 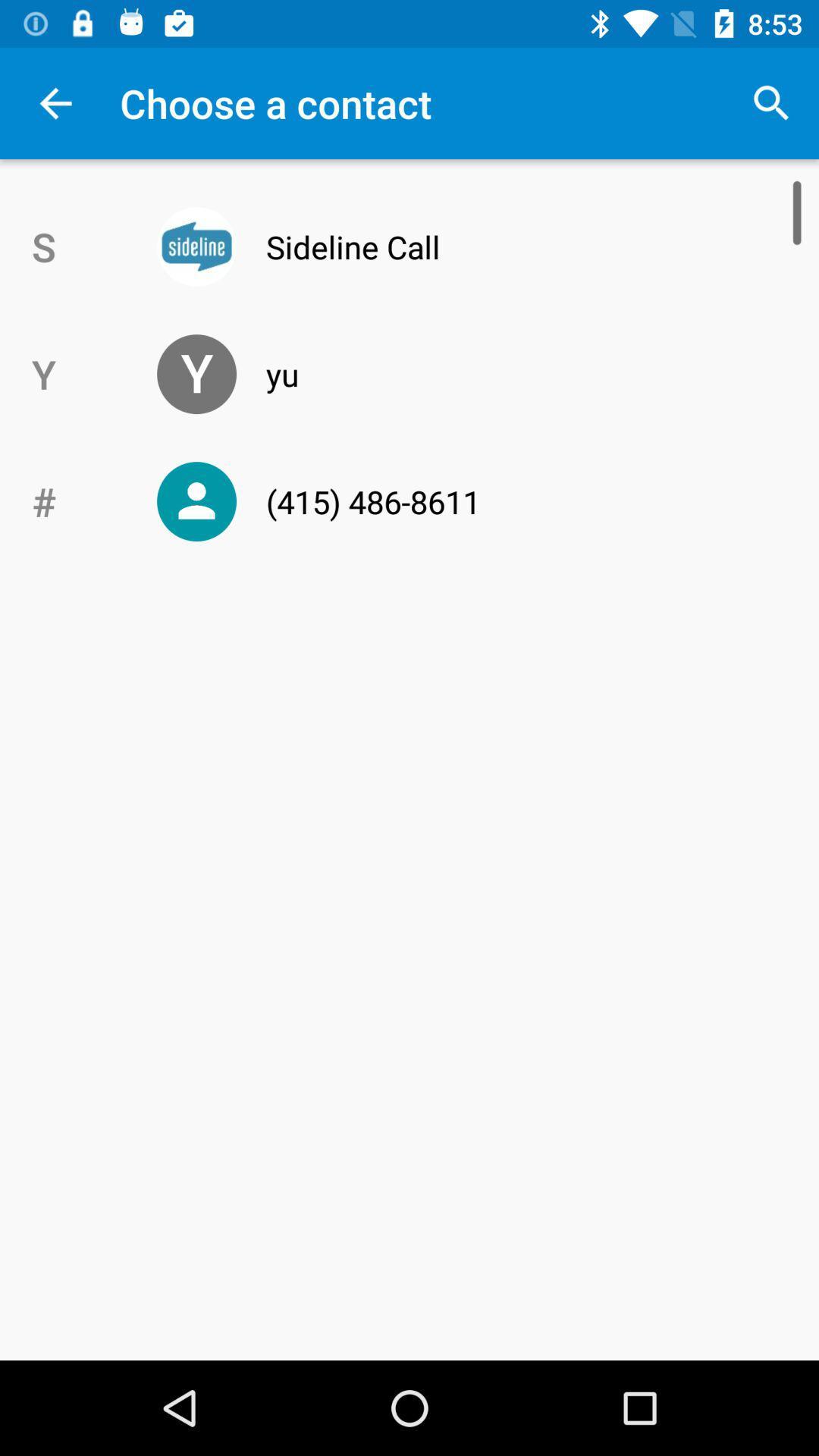 I want to click on the app to the right of choose a contact item, so click(x=771, y=102).